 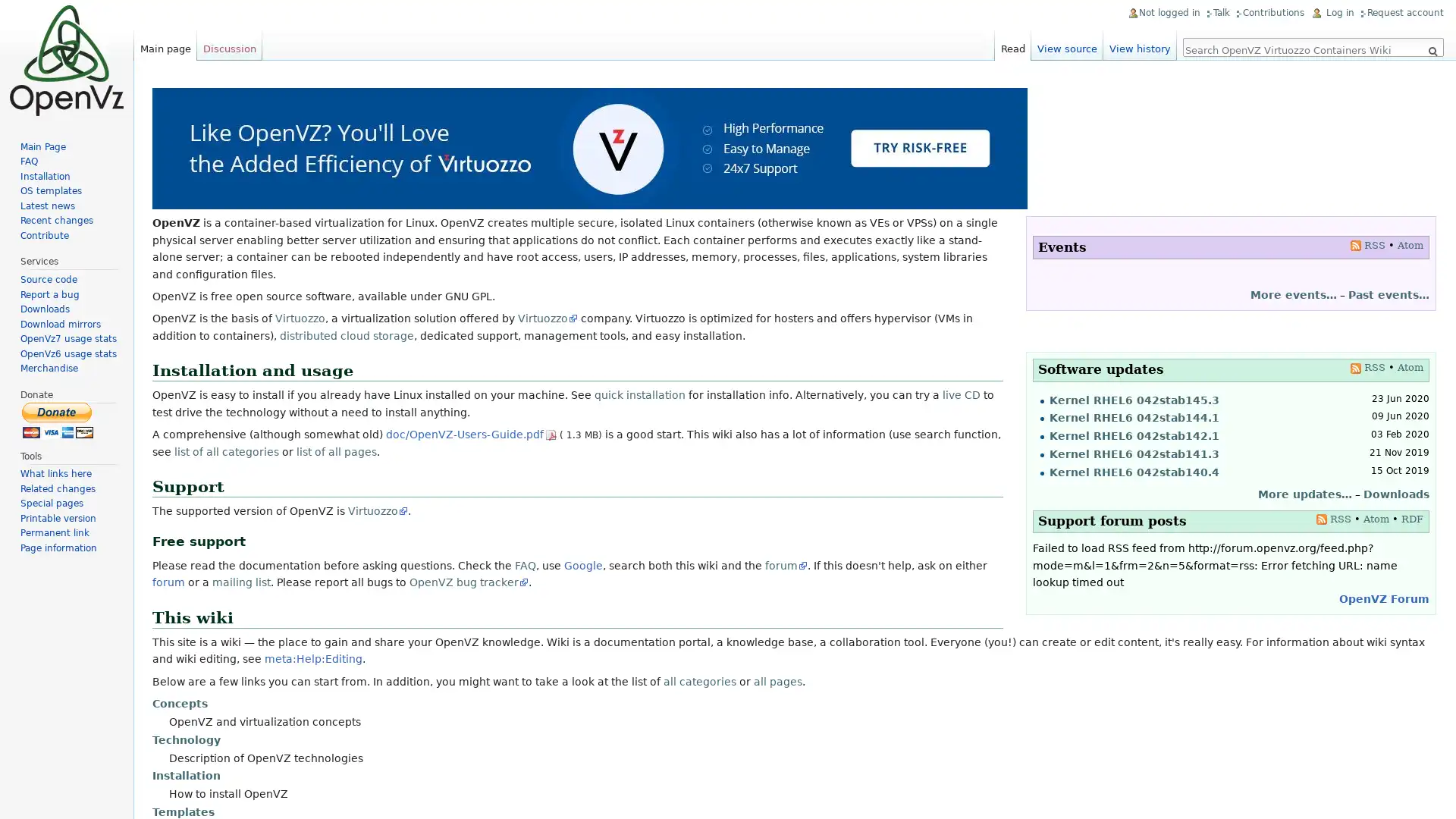 I want to click on PayPal - The safer, easier way to pay online!, so click(x=58, y=419).